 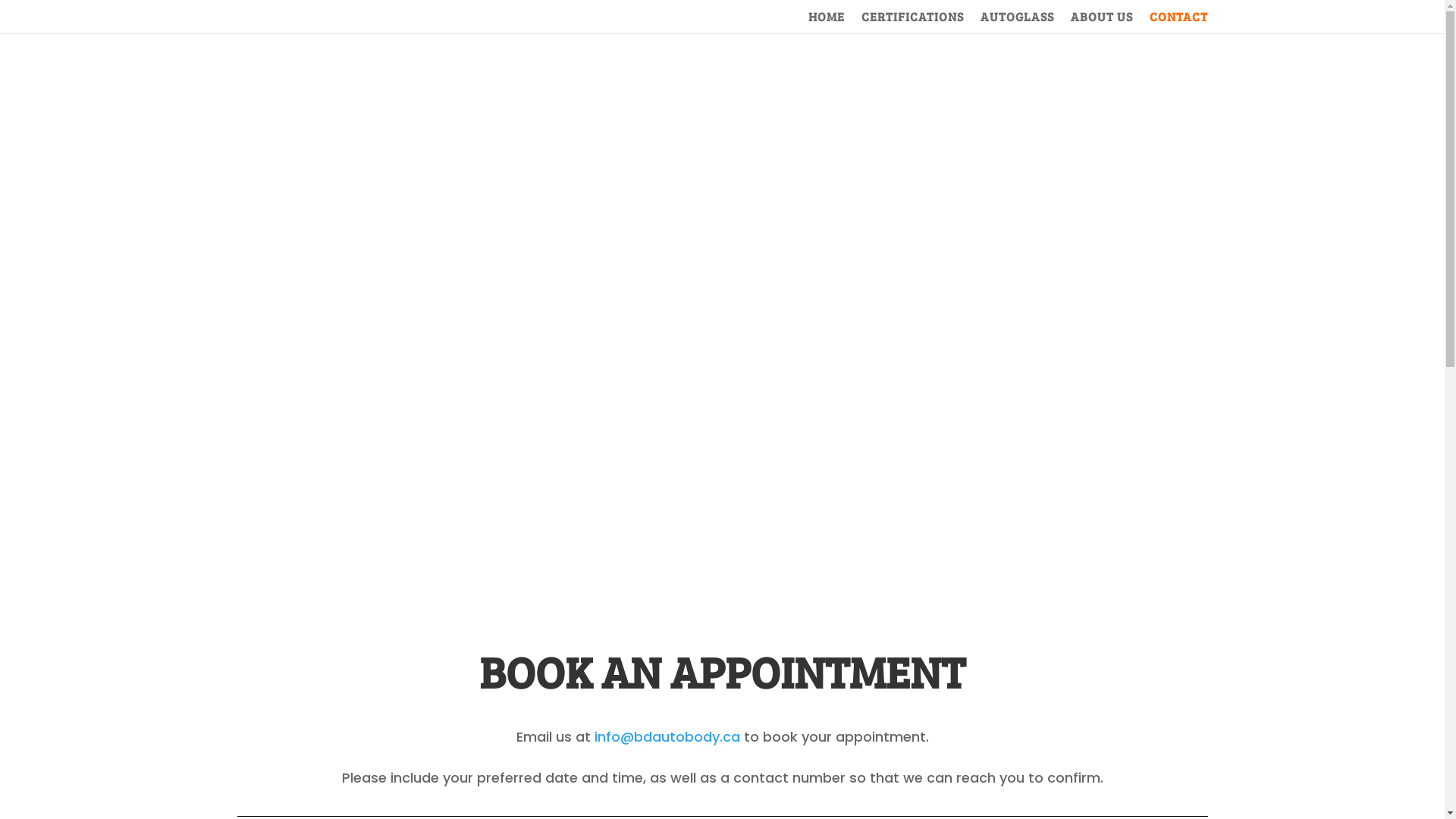 I want to click on 'ABOUT US', so click(x=1102, y=22).